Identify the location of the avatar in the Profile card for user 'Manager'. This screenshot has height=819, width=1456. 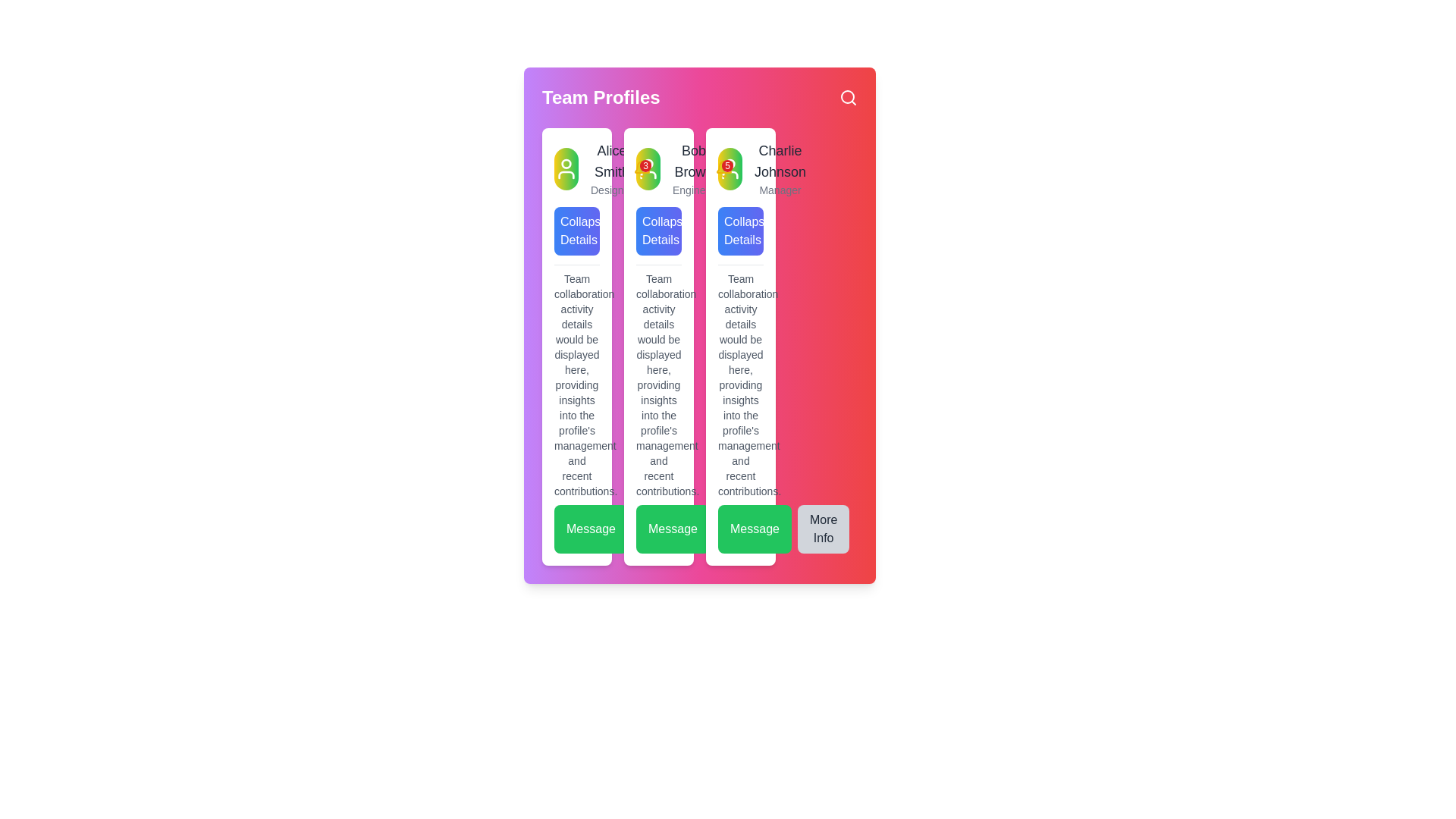
(741, 169).